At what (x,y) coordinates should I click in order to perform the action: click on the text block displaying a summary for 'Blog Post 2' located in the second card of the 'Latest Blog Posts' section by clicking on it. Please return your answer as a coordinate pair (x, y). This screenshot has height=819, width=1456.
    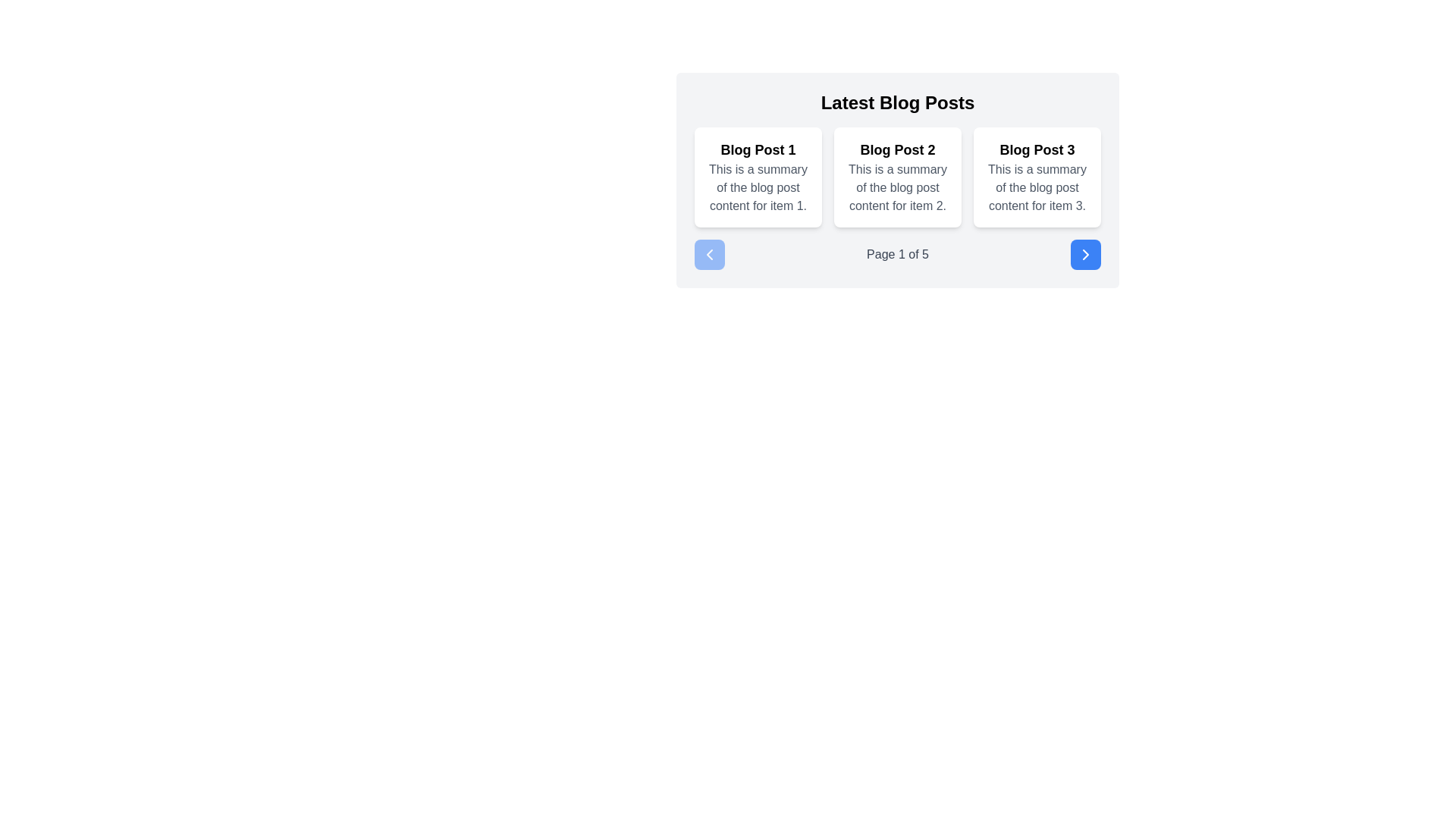
    Looking at the image, I should click on (898, 187).